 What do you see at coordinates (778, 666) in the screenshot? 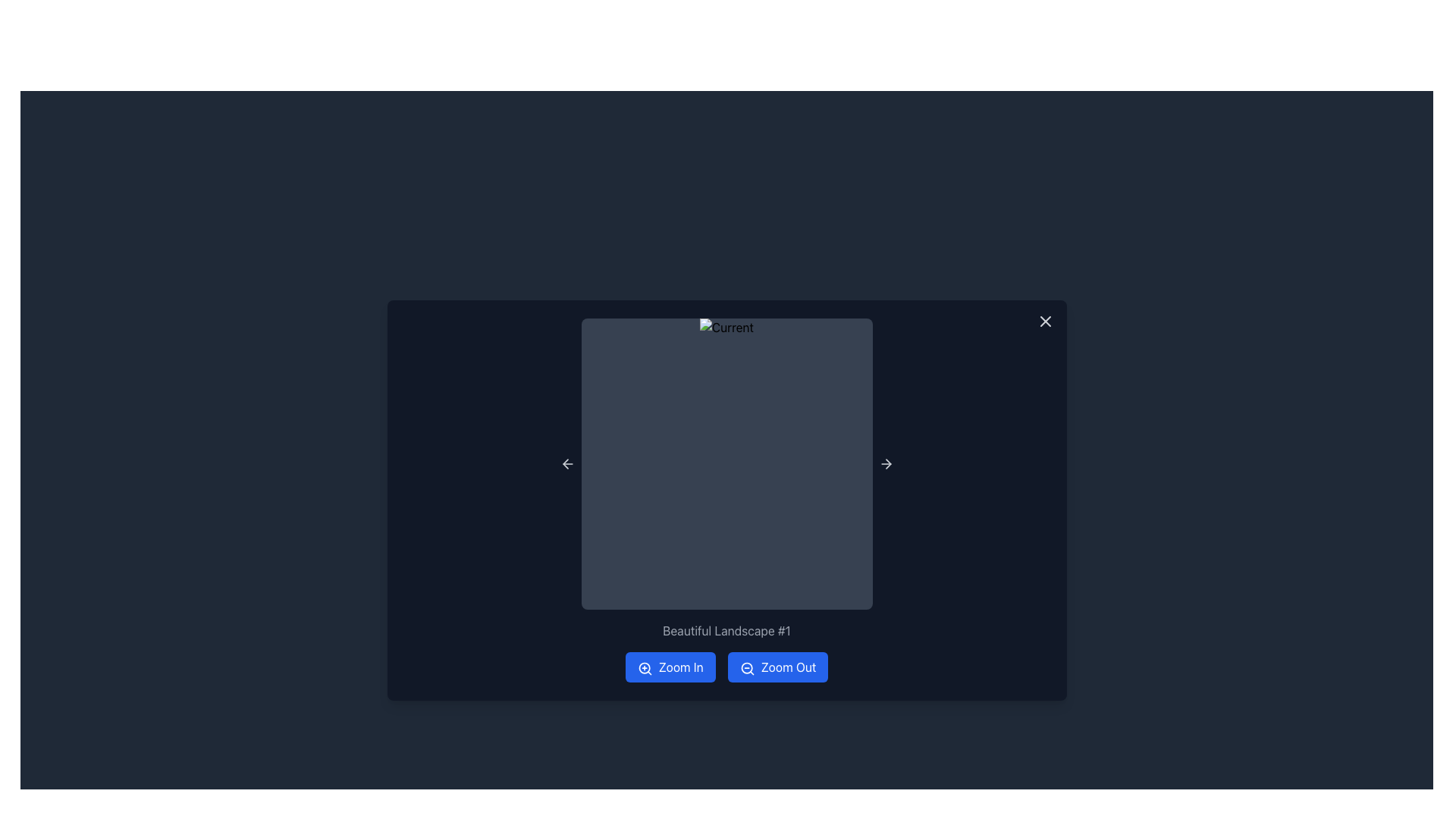
I see `the blue 'Zoom Out' button with white text and a magnifying glass icon` at bounding box center [778, 666].